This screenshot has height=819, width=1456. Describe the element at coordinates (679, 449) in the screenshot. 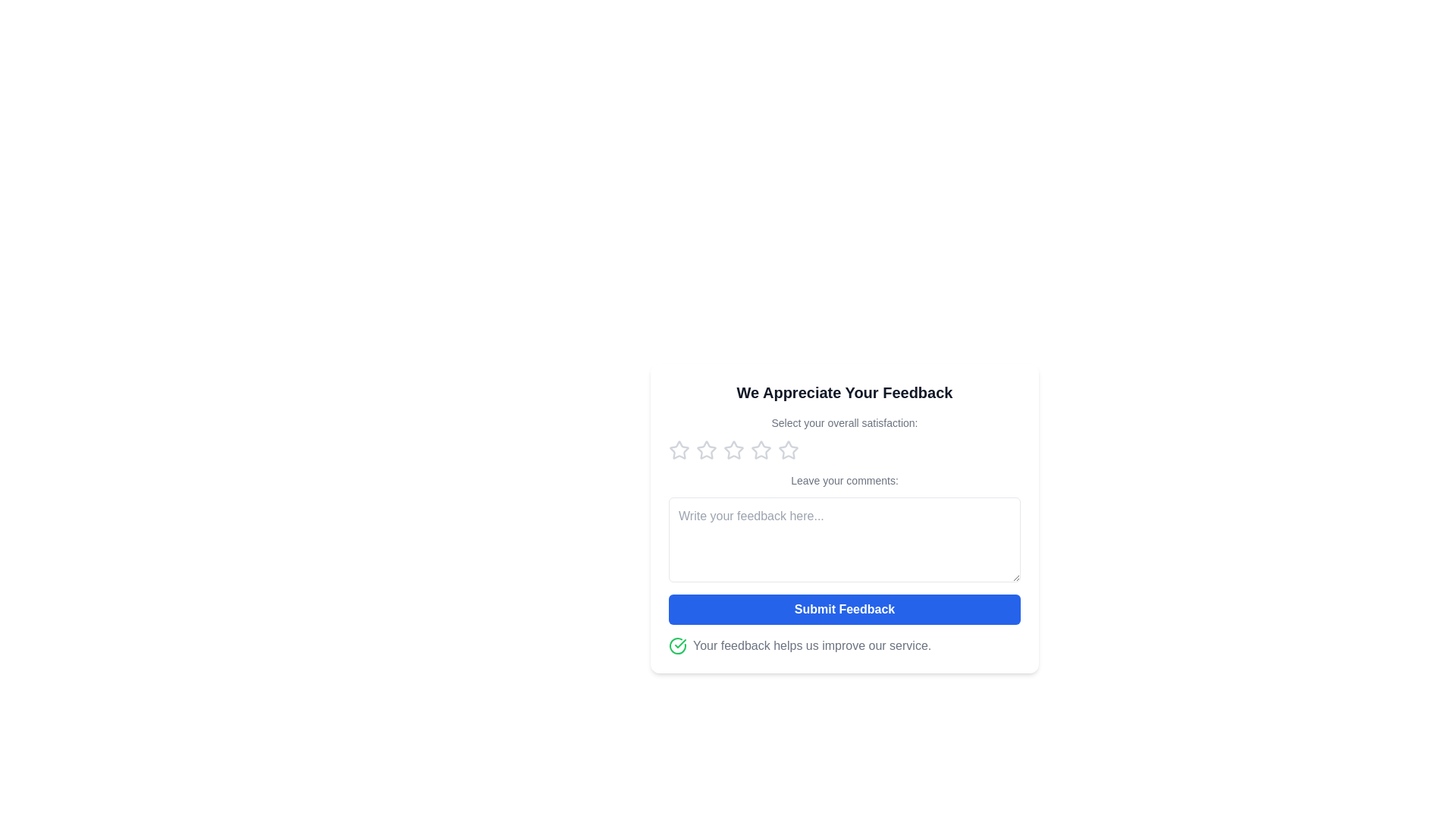

I see `the first star-shaped Rating icon in the feedback form` at that location.